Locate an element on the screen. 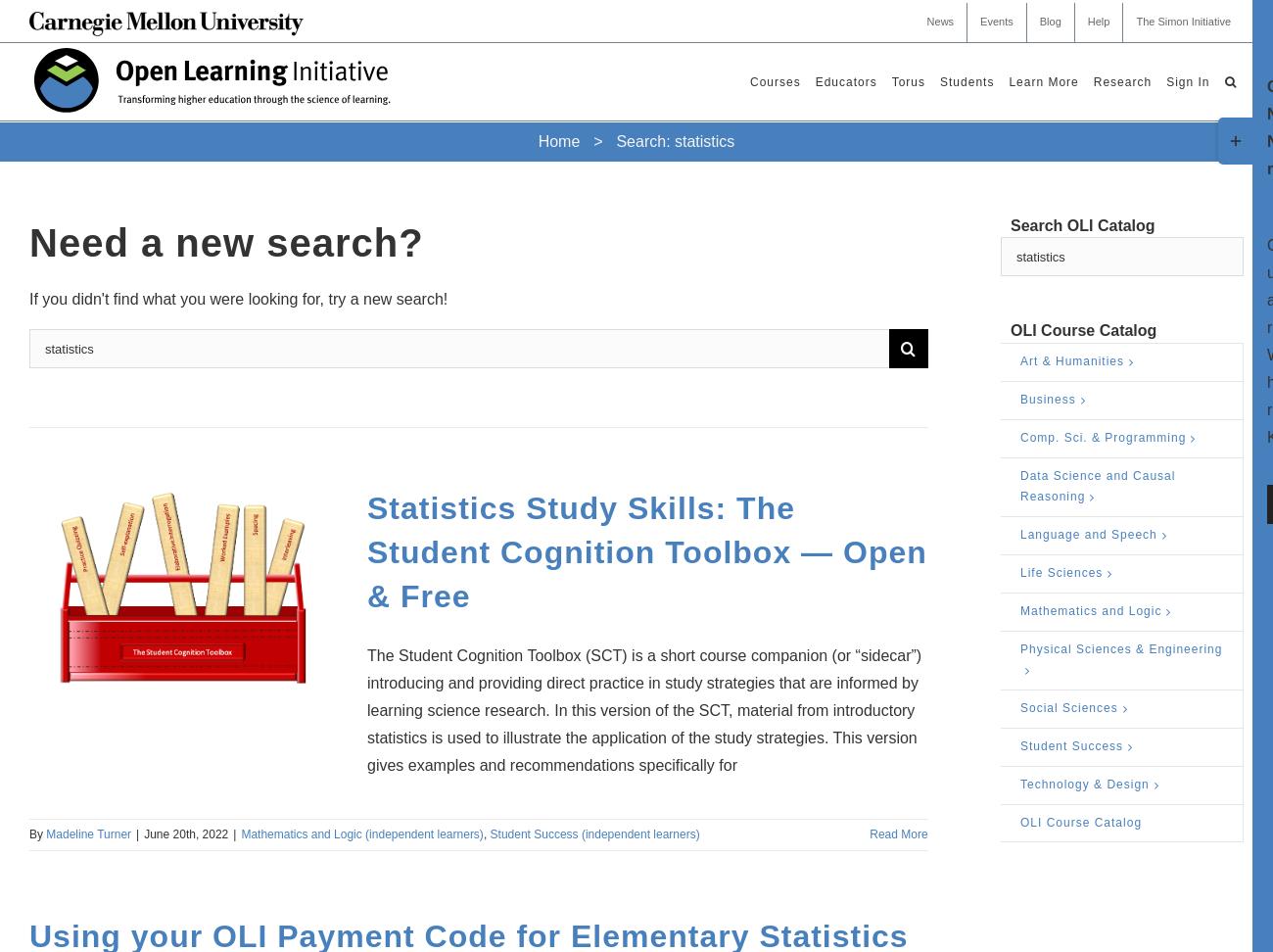 Image resolution: width=1273 pixels, height=952 pixels. 'Student Success' is located at coordinates (1070, 744).